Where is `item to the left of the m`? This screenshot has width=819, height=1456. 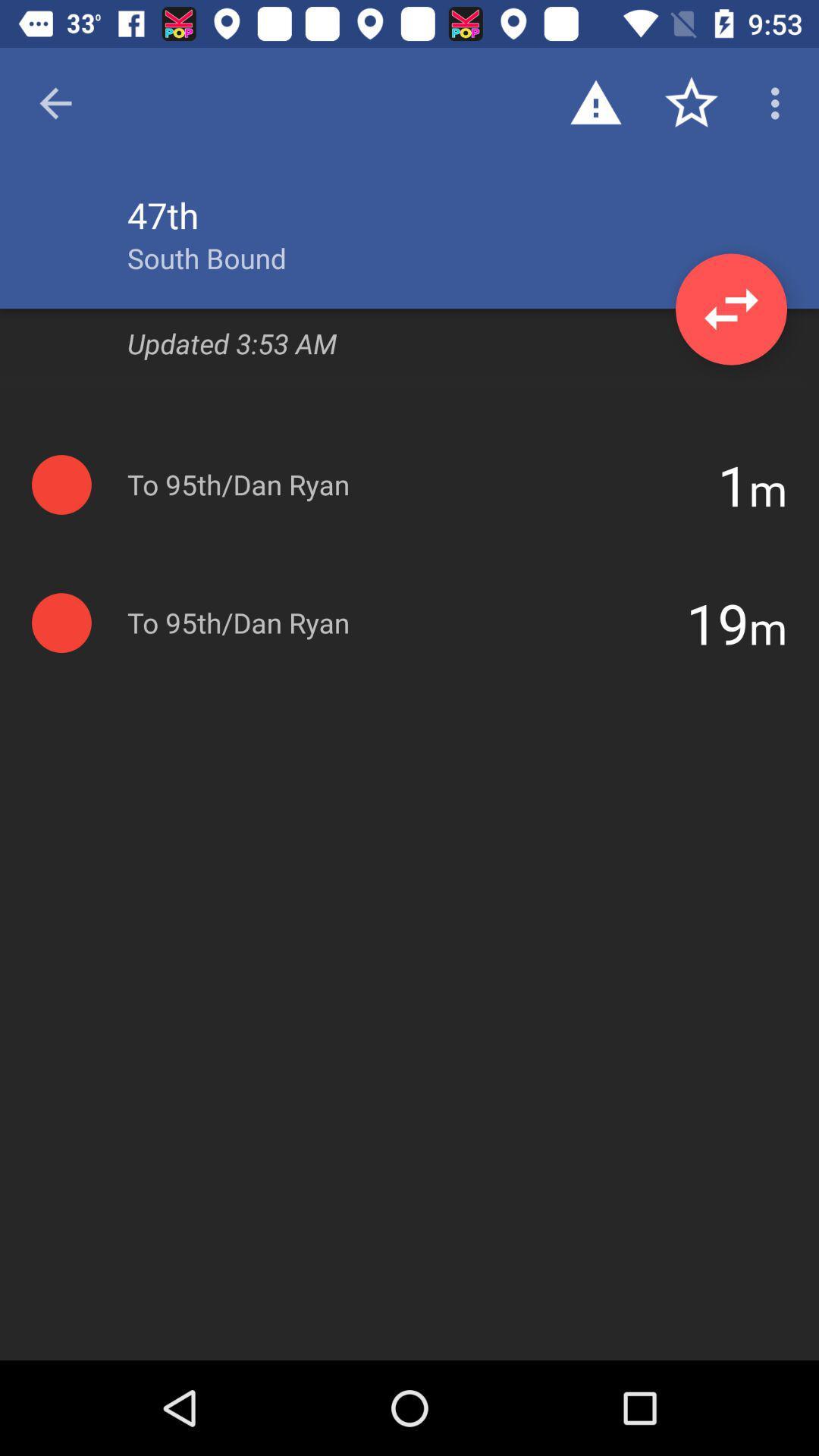 item to the left of the m is located at coordinates (717, 623).